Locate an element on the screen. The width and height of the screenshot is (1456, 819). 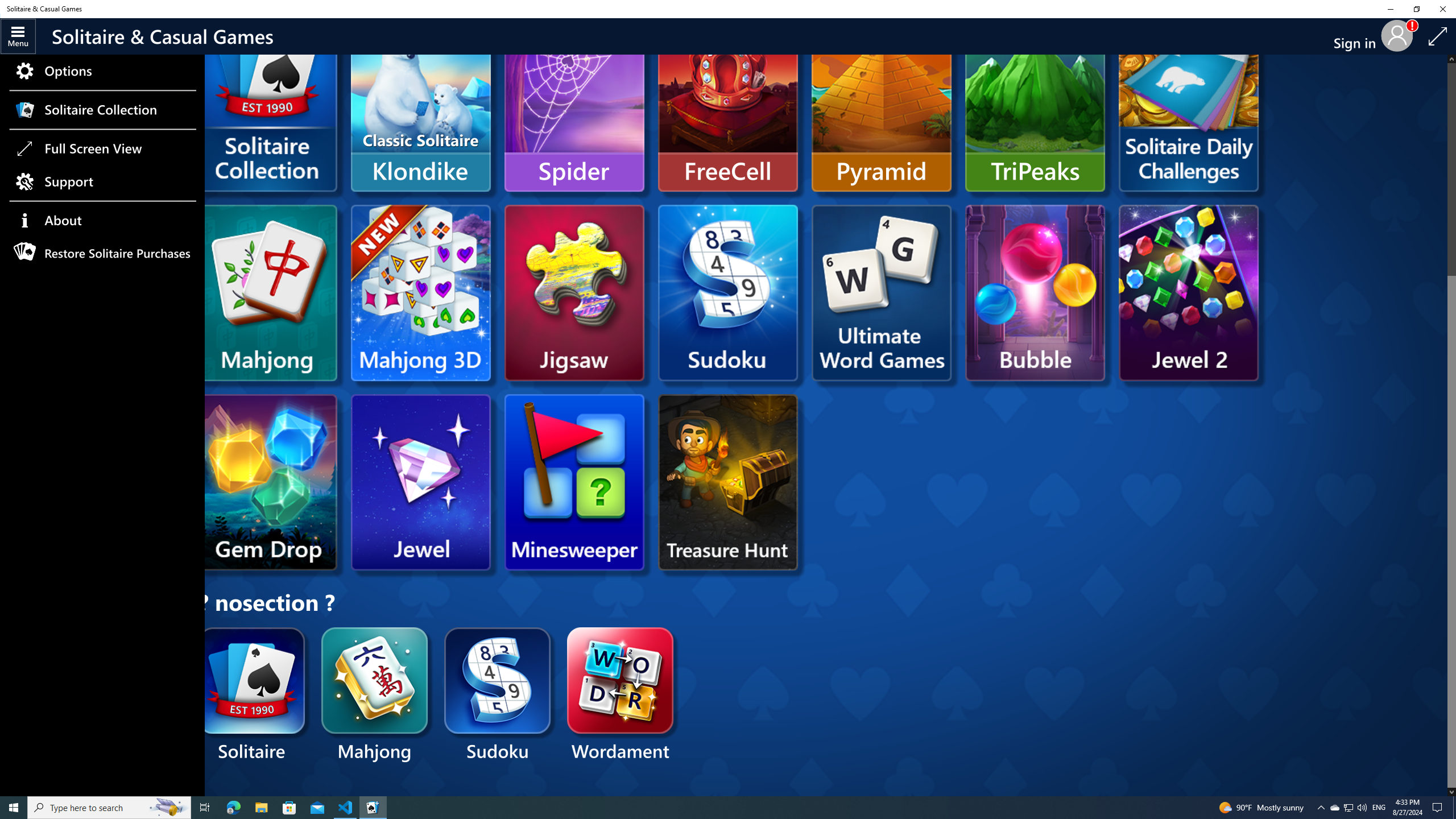
'Sign in' is located at coordinates (1358, 36).